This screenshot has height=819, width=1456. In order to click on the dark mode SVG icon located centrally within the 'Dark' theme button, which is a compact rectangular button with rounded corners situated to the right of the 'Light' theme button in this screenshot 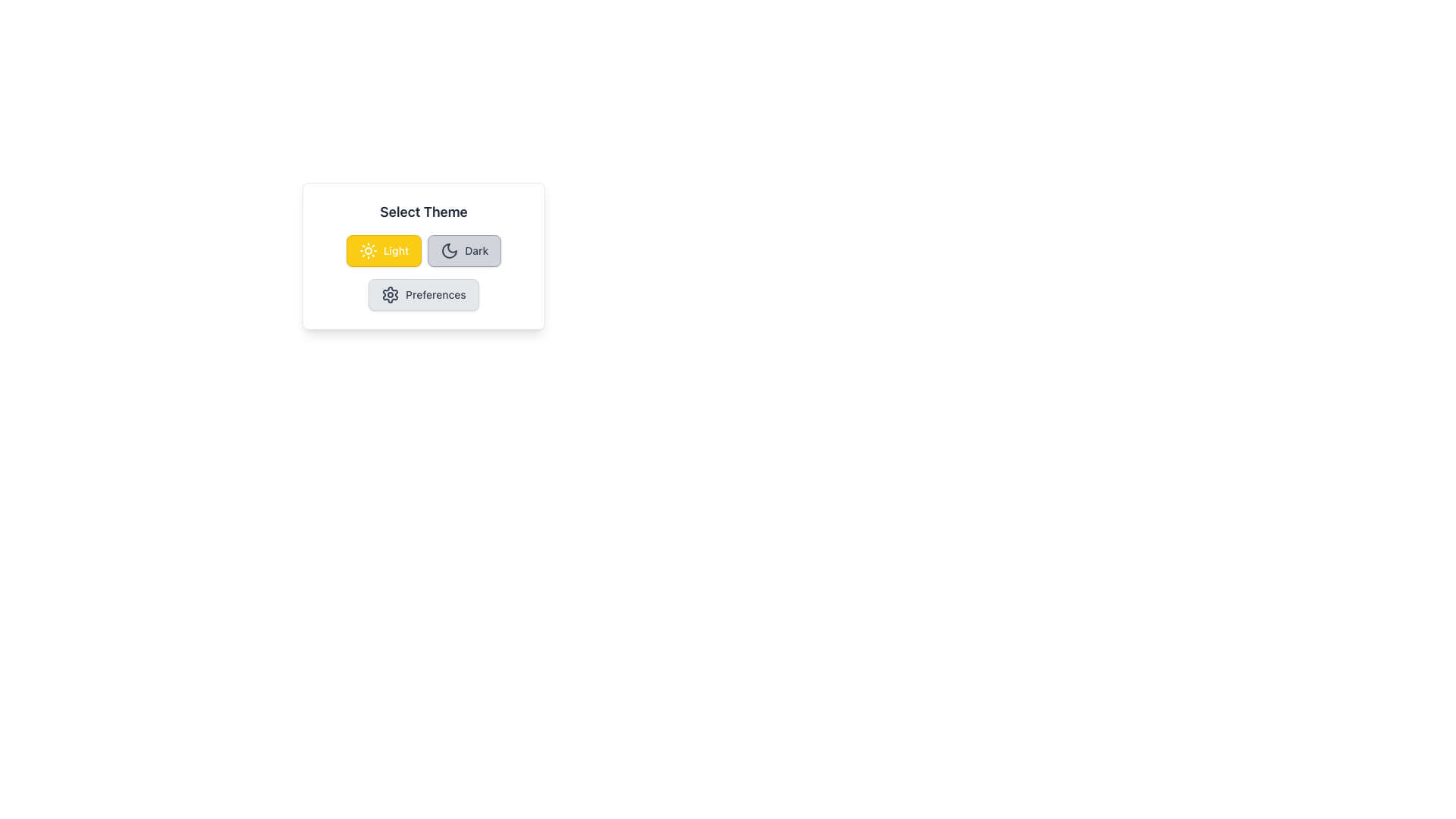, I will do `click(449, 250)`.